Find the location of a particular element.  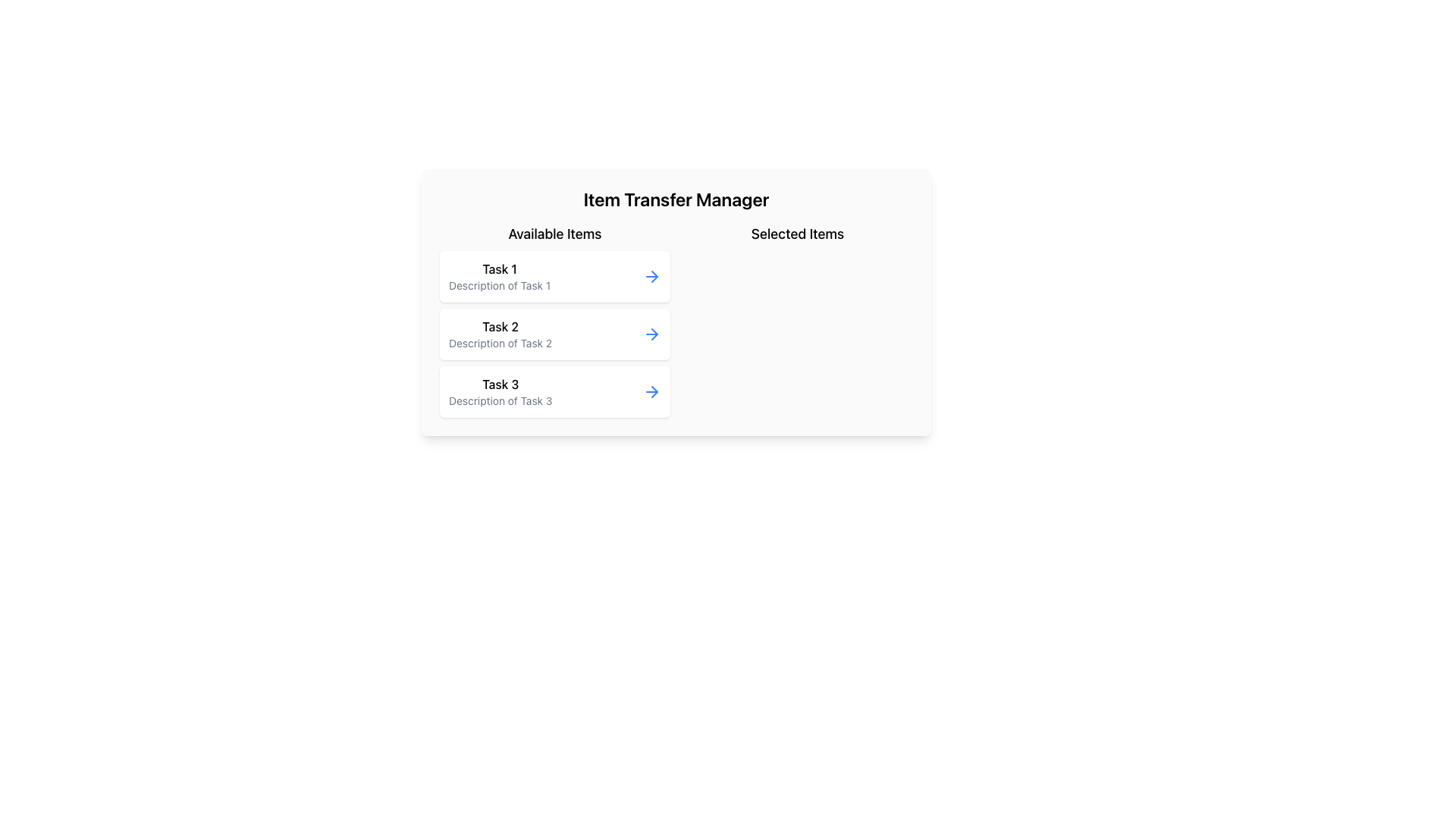

the text label component displaying 'Description of Task 2', which is positioned immediately below the bolded 'Task 2' title in the 'Available Items' section is located at coordinates (500, 343).